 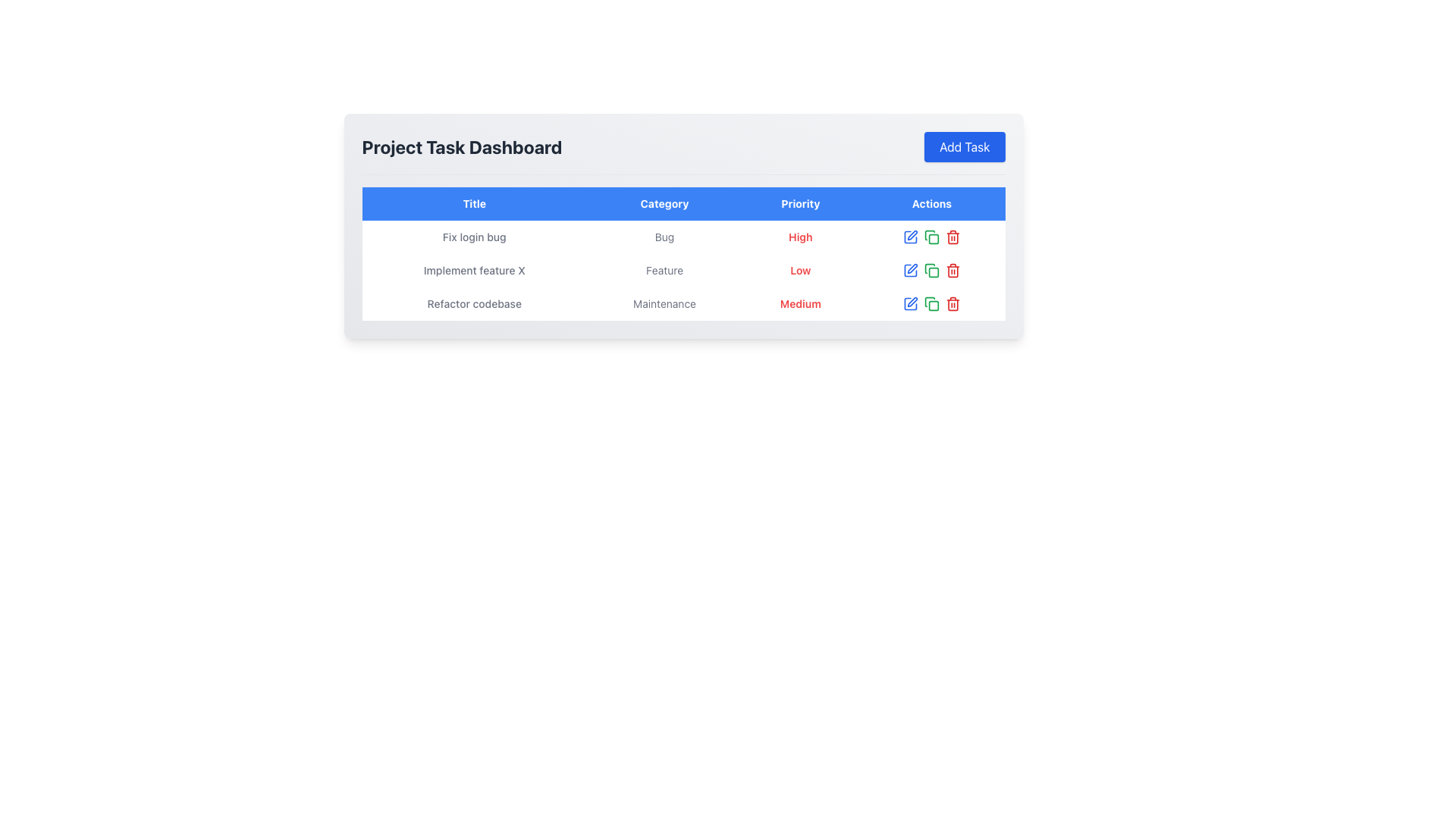 I want to click on the middle 'Duplicate' action icon in the second row of the table's 'Actions' column, so click(x=929, y=235).